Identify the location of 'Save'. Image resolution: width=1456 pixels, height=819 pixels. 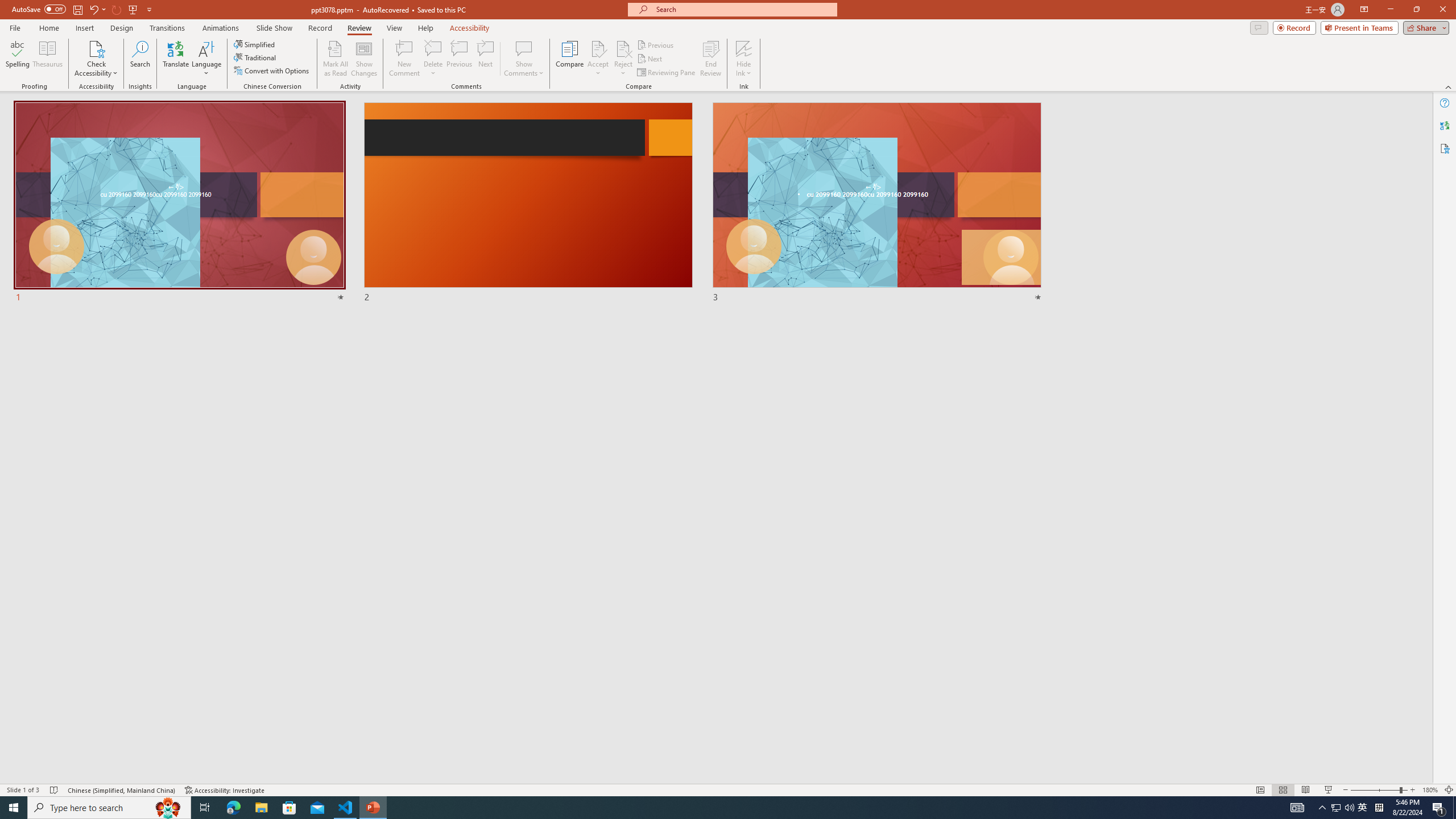
(77, 9).